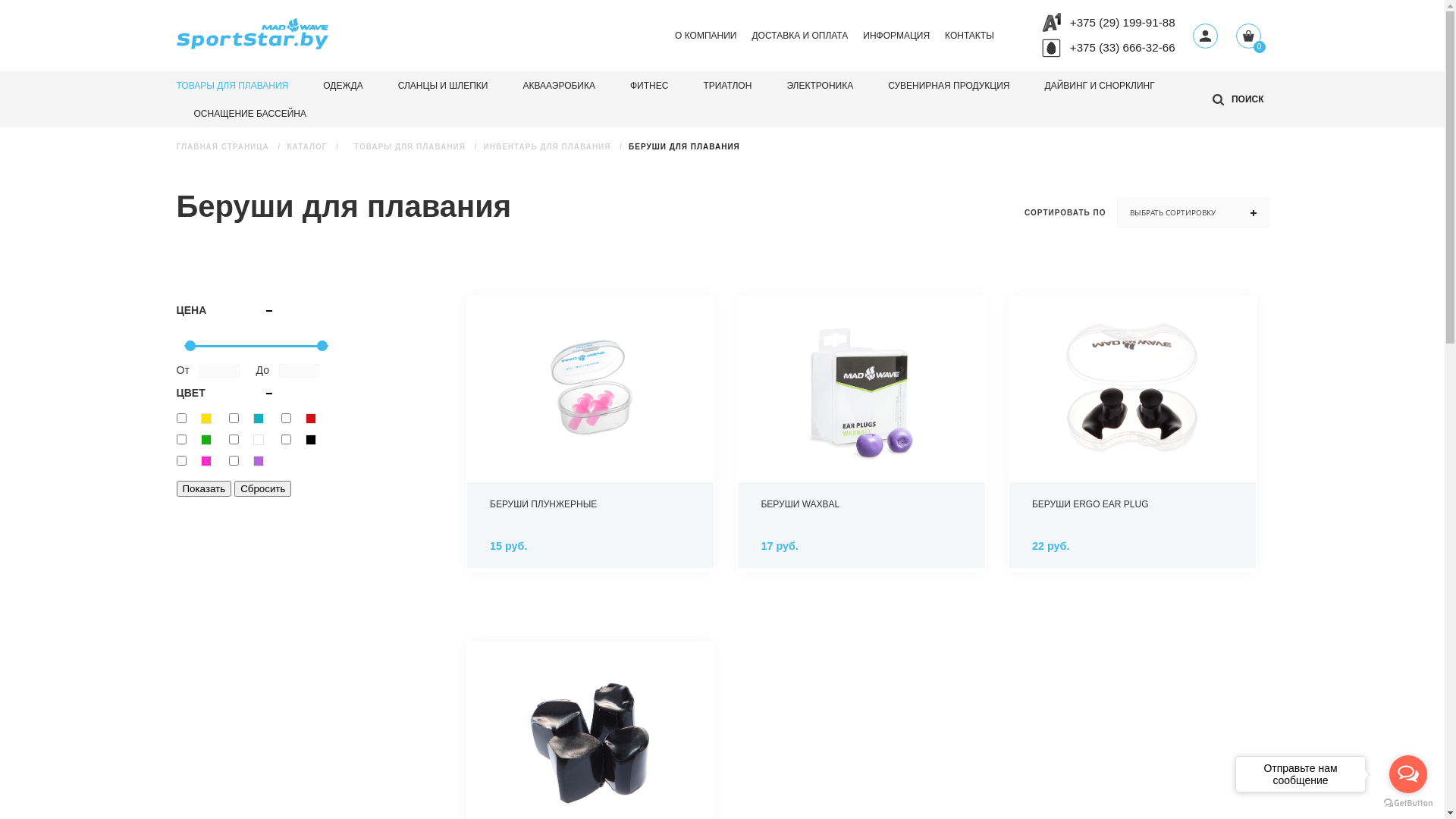 The image size is (1456, 819). I want to click on '+375 (33) 666-32-66', so click(1122, 46).